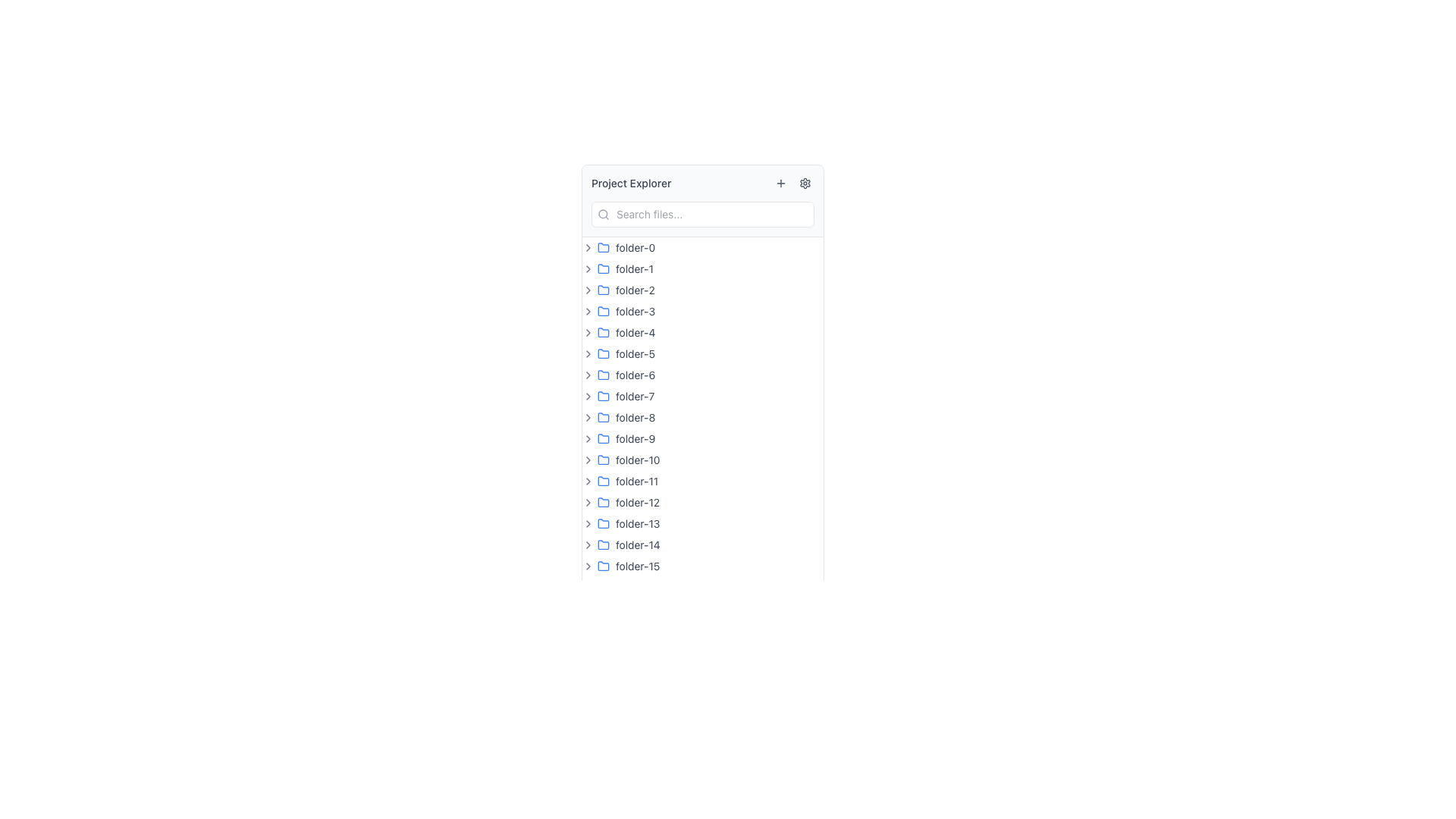 The height and width of the screenshot is (819, 1456). What do you see at coordinates (603, 418) in the screenshot?
I see `the blue folder icon labeled 'folder-8'` at bounding box center [603, 418].